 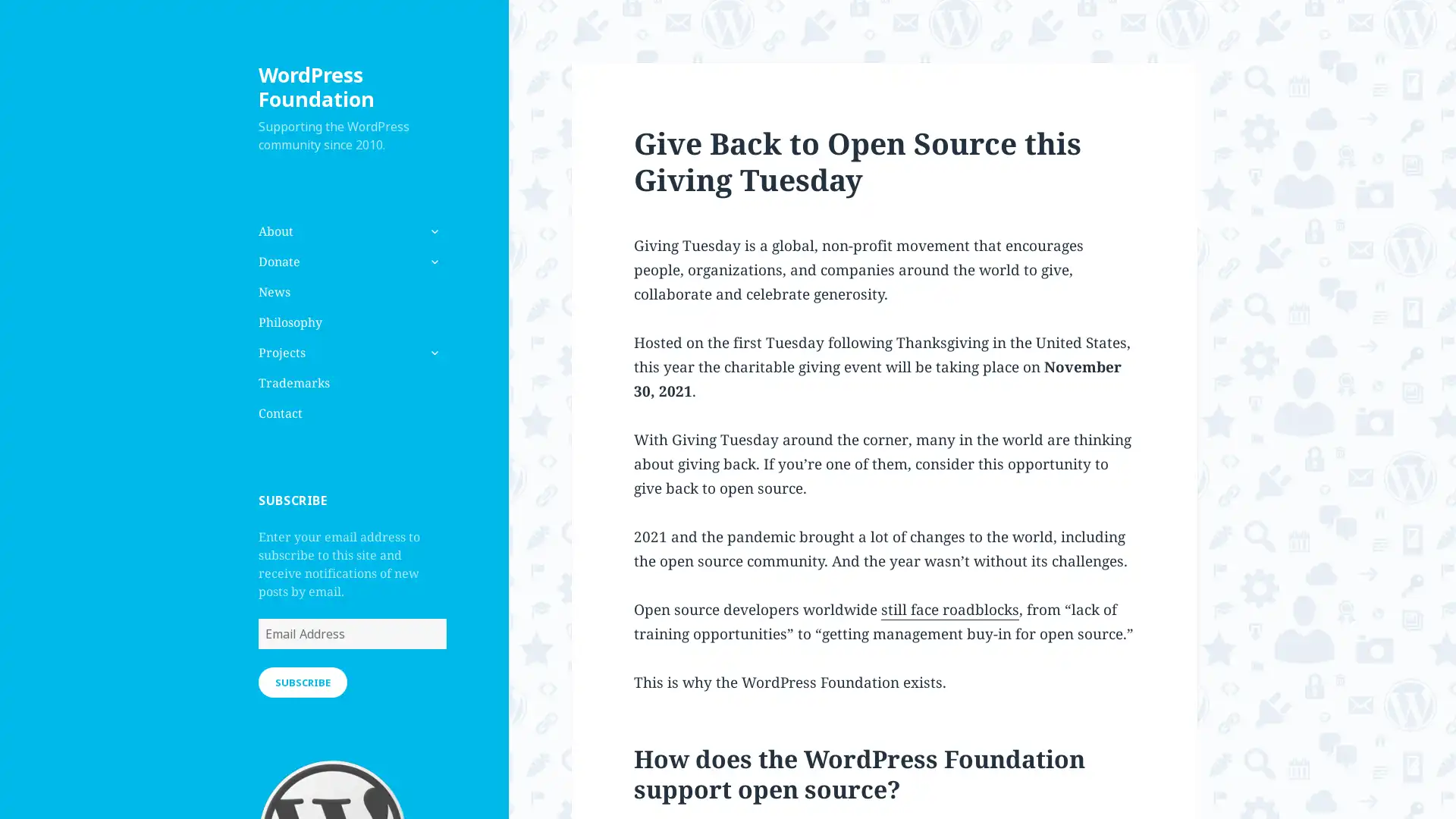 What do you see at coordinates (432, 353) in the screenshot?
I see `expand child menu` at bounding box center [432, 353].